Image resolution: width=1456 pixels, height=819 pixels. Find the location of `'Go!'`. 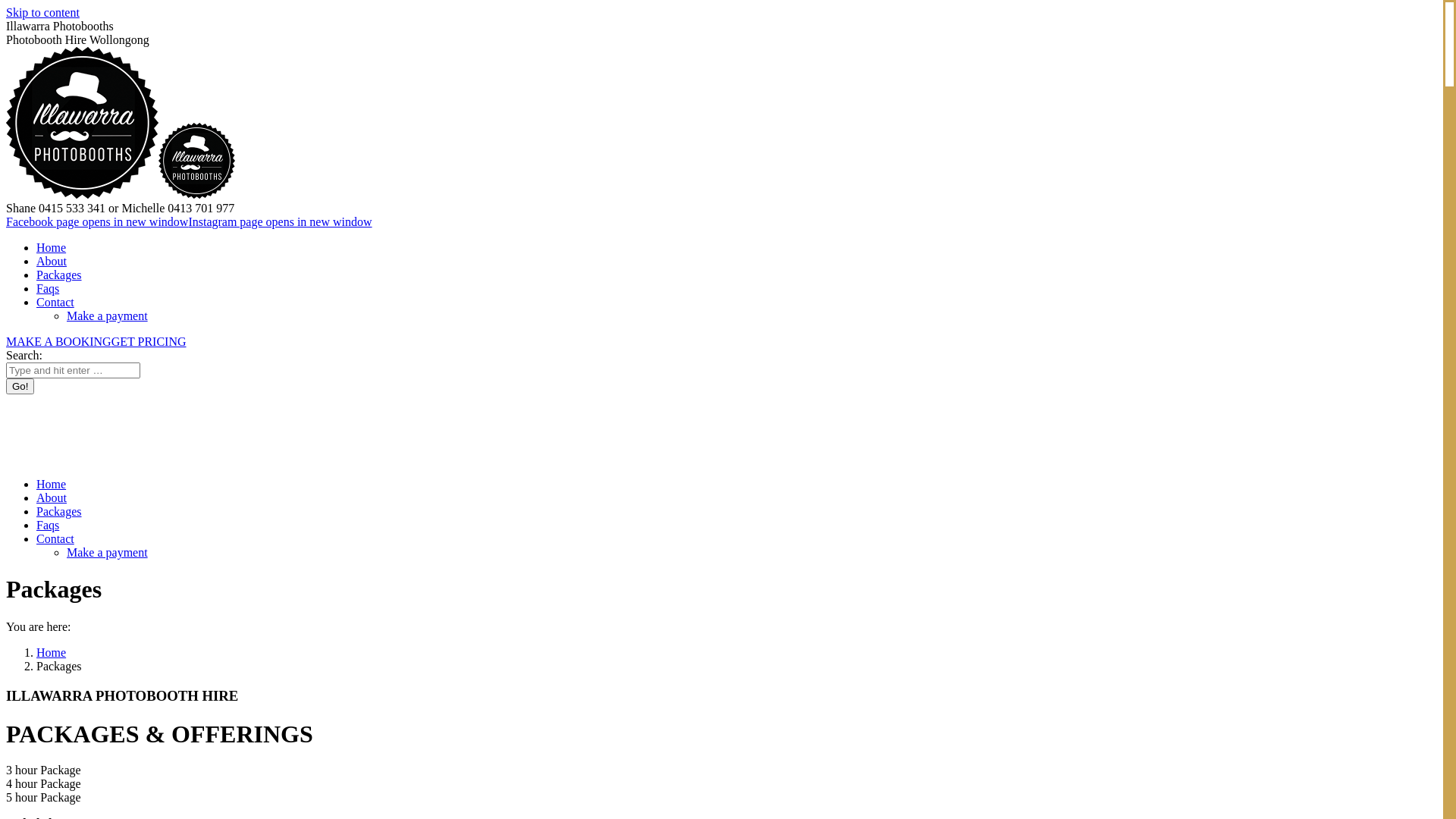

'Go!' is located at coordinates (20, 385).